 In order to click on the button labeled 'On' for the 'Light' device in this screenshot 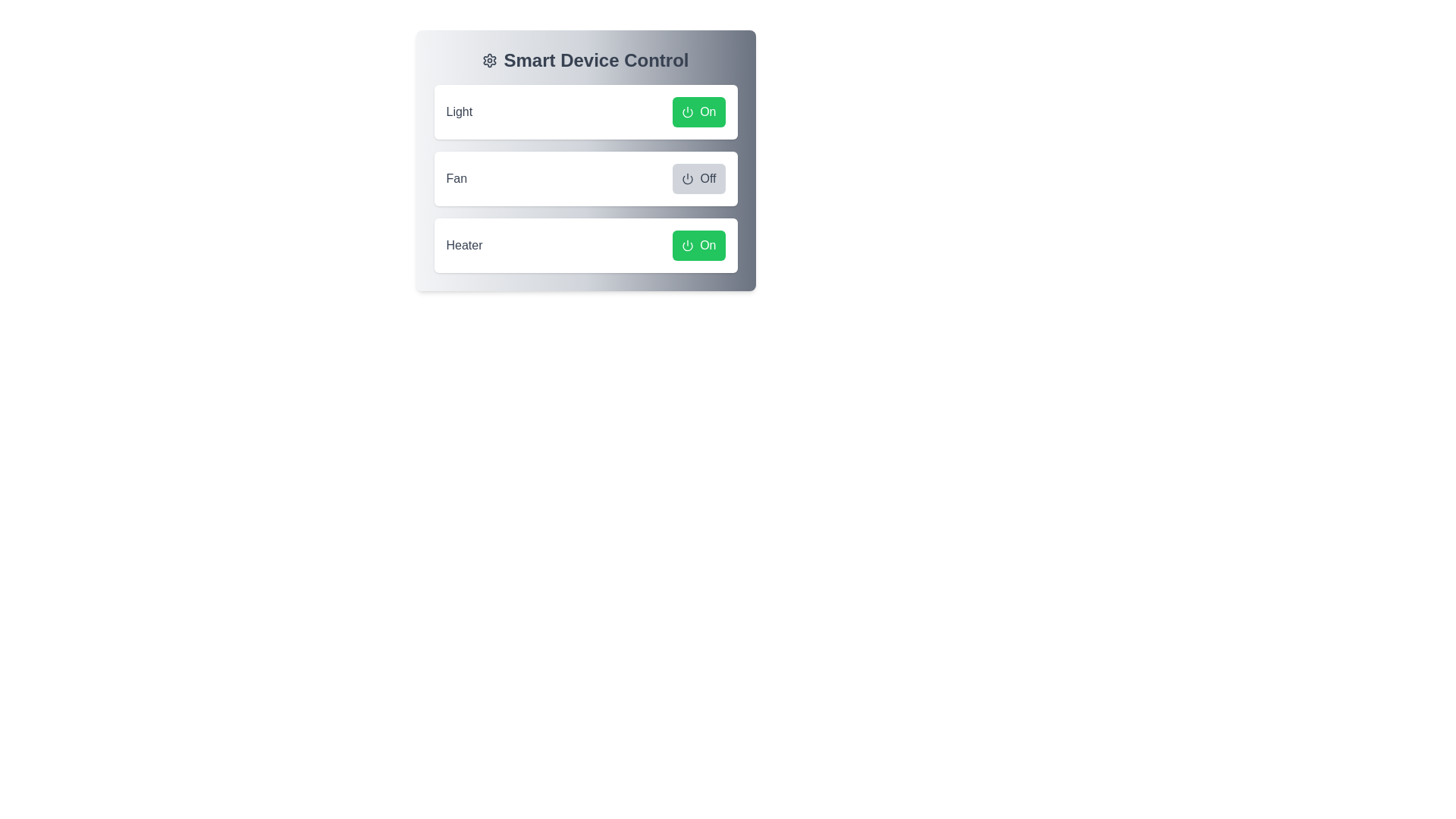, I will do `click(698, 111)`.